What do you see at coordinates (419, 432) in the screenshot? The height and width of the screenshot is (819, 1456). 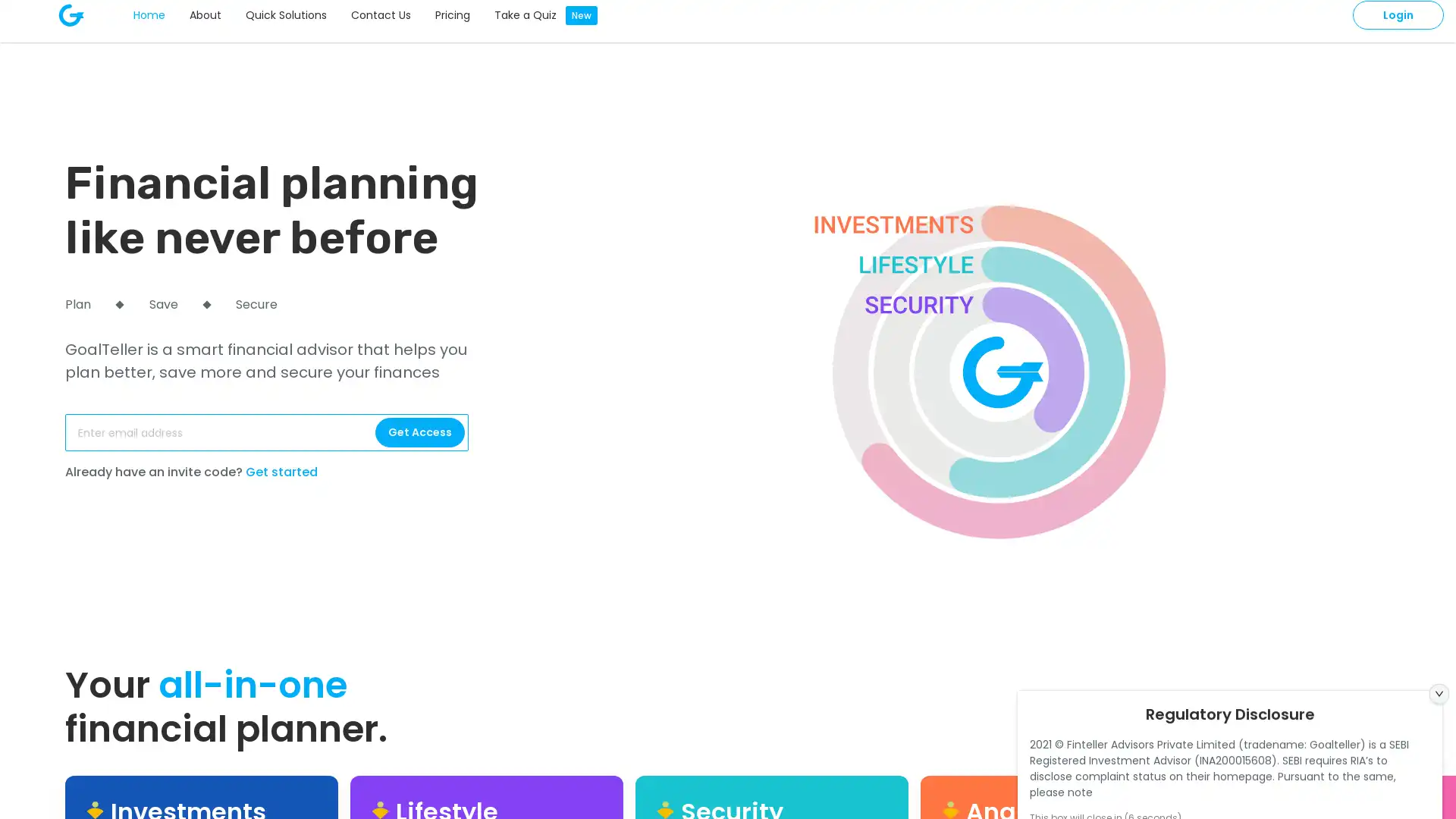 I see `Get Access` at bounding box center [419, 432].